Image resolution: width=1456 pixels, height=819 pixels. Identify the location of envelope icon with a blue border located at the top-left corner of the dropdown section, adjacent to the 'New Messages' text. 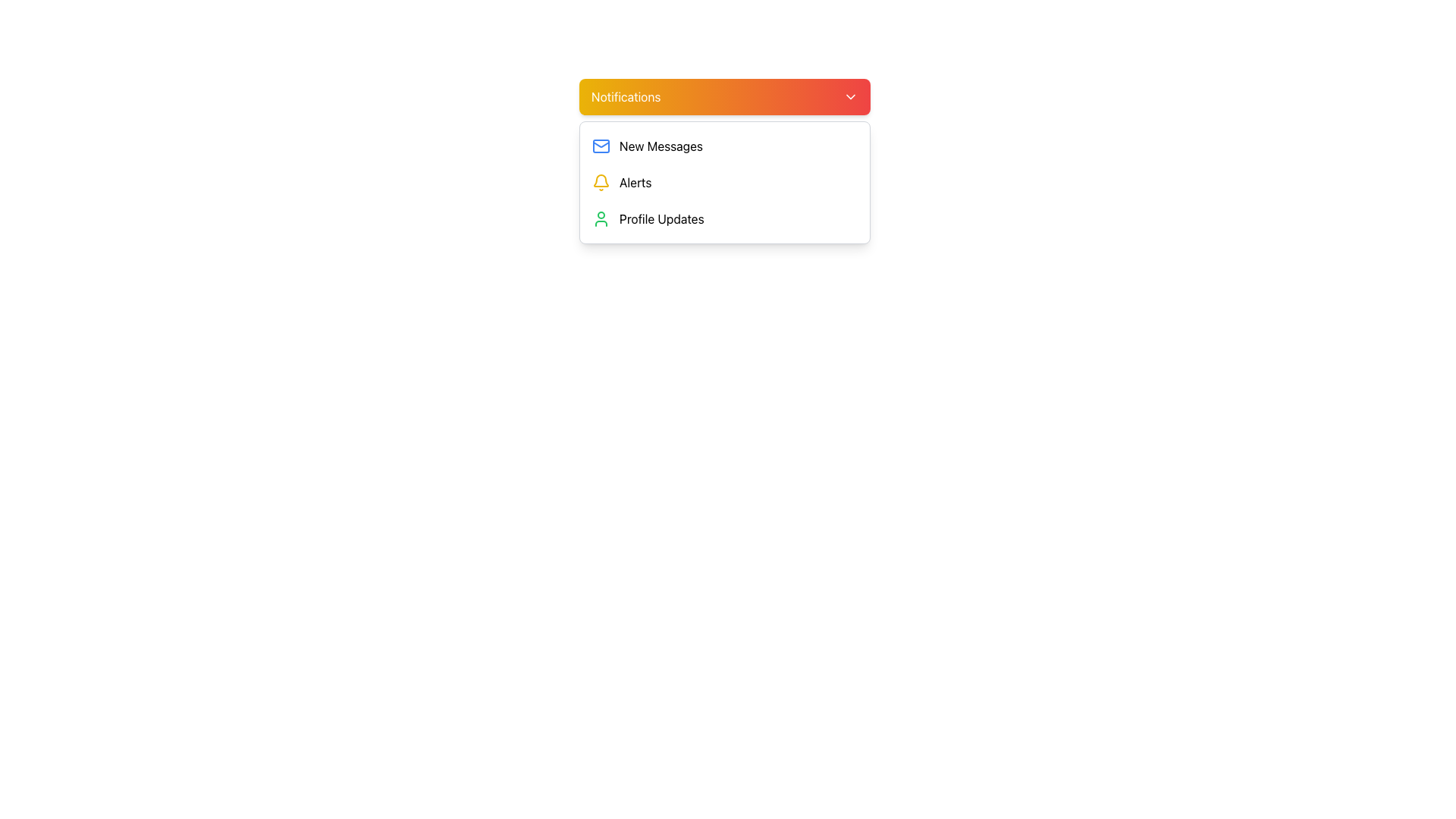
(600, 146).